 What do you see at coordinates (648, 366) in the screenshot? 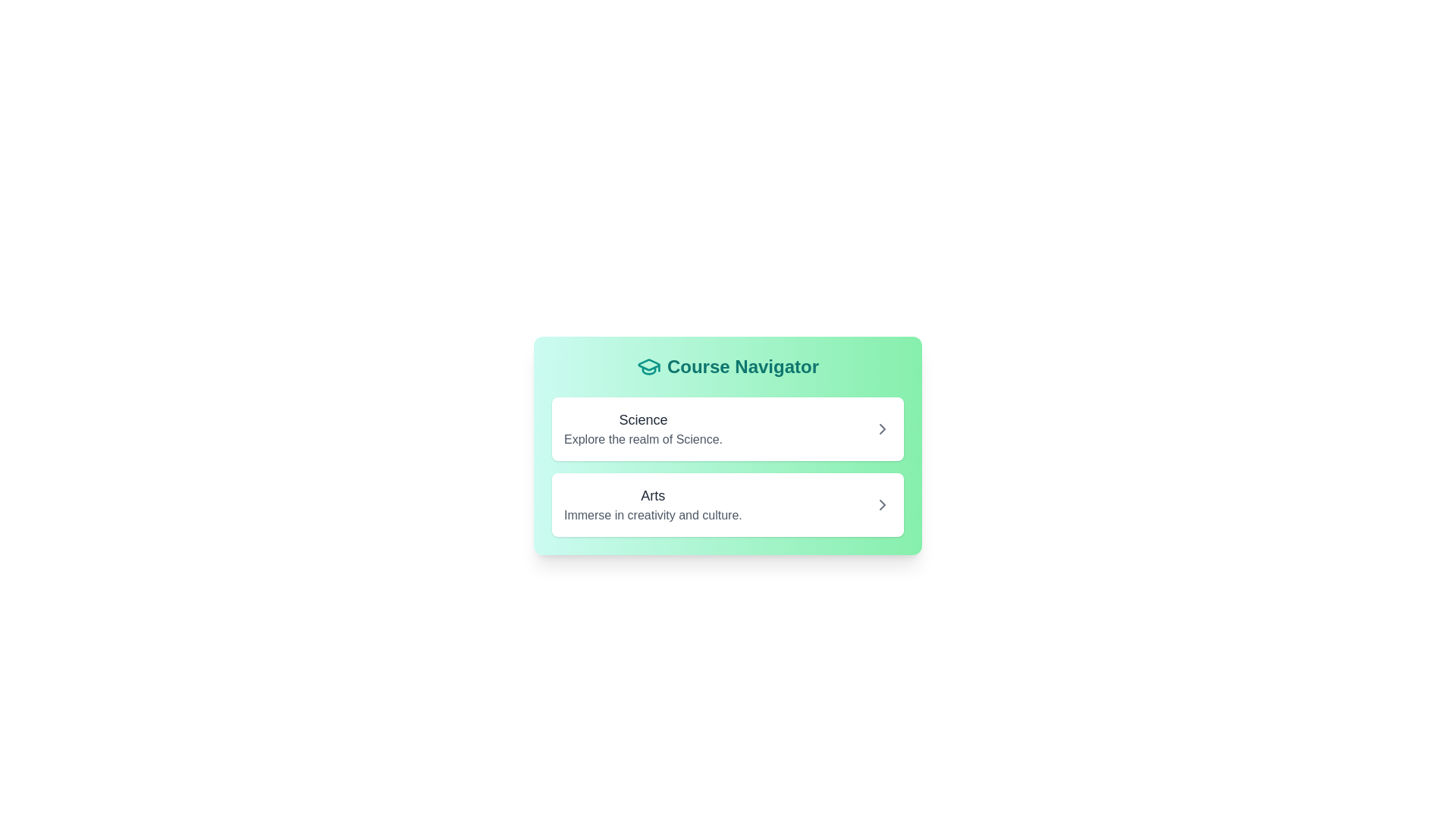
I see `the teal graduation cap icon located to the left of the 'Course Navigator' text in the header area of the card-like interface` at bounding box center [648, 366].